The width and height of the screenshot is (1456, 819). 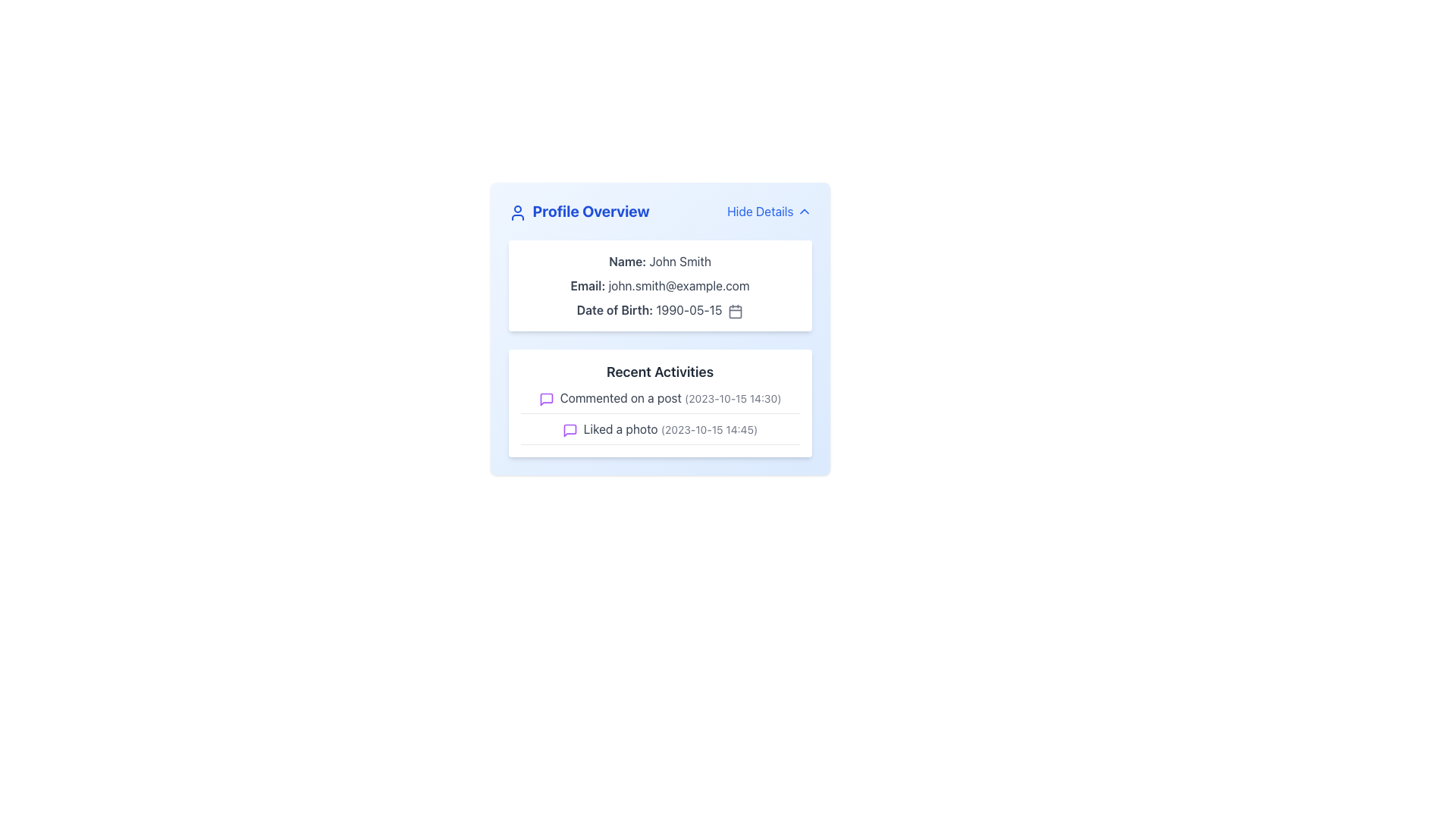 What do you see at coordinates (614, 309) in the screenshot?
I see `bolded text label that says 'Date of Birth:' located above the user's date of birth value in the profile card` at bounding box center [614, 309].